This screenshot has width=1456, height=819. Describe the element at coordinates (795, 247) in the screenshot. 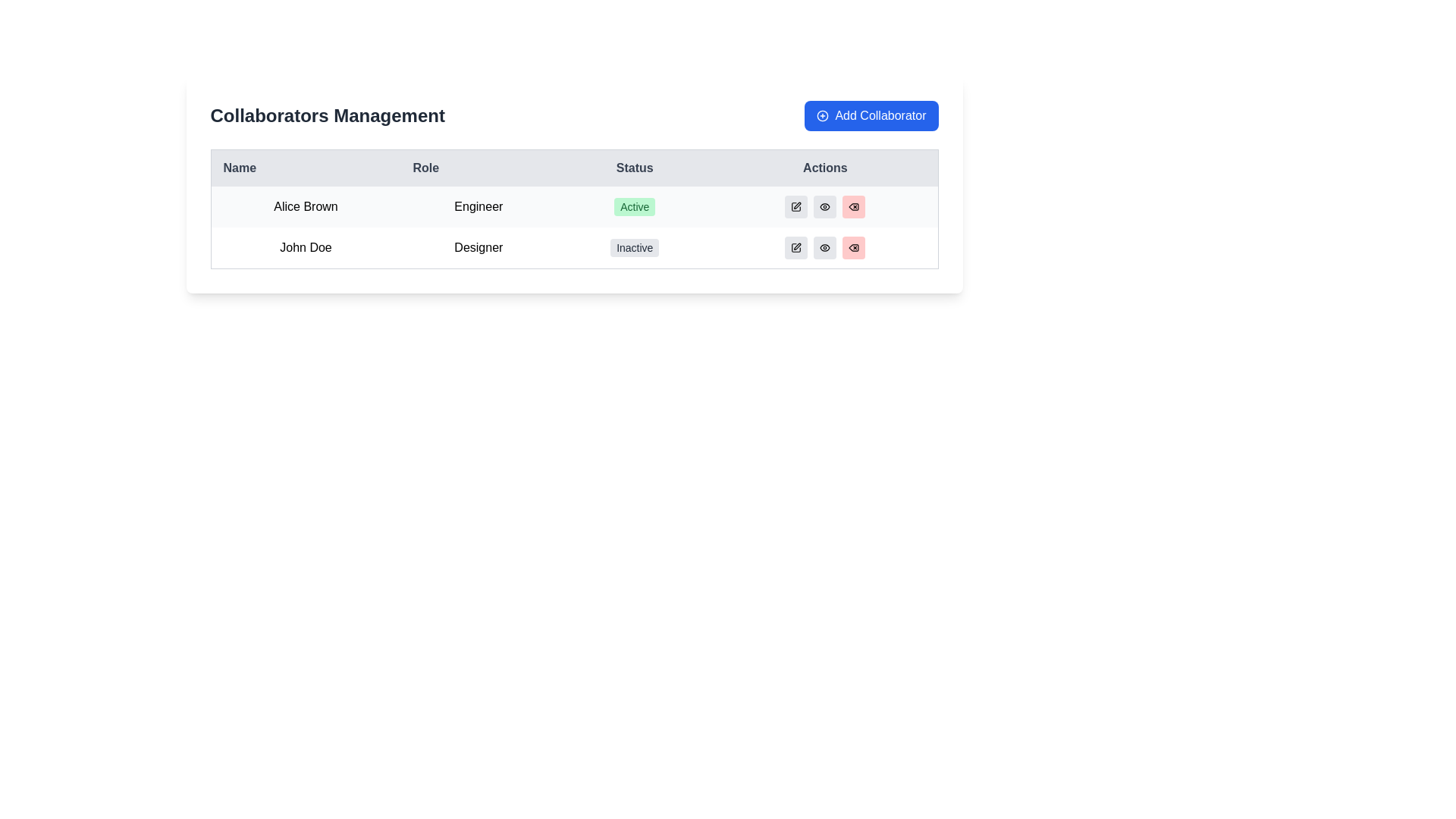

I see `the edit icon, which is a square-shaped icon with rounded corners and a pen symbol overlay located directly beneath the 'Actions' section in the second row of the action buttons` at that location.